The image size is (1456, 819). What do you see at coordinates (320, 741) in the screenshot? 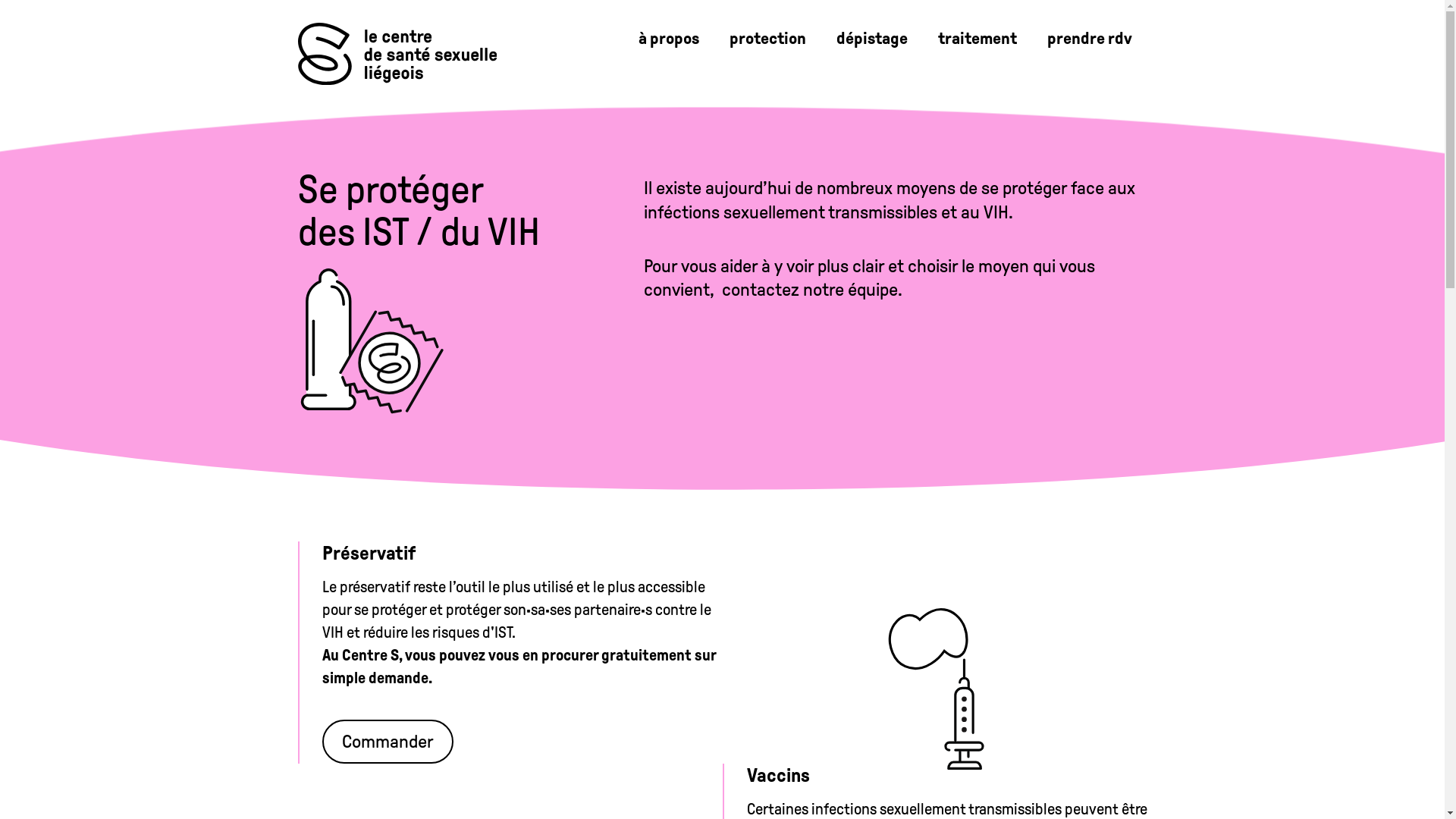
I see `'Commander'` at bounding box center [320, 741].